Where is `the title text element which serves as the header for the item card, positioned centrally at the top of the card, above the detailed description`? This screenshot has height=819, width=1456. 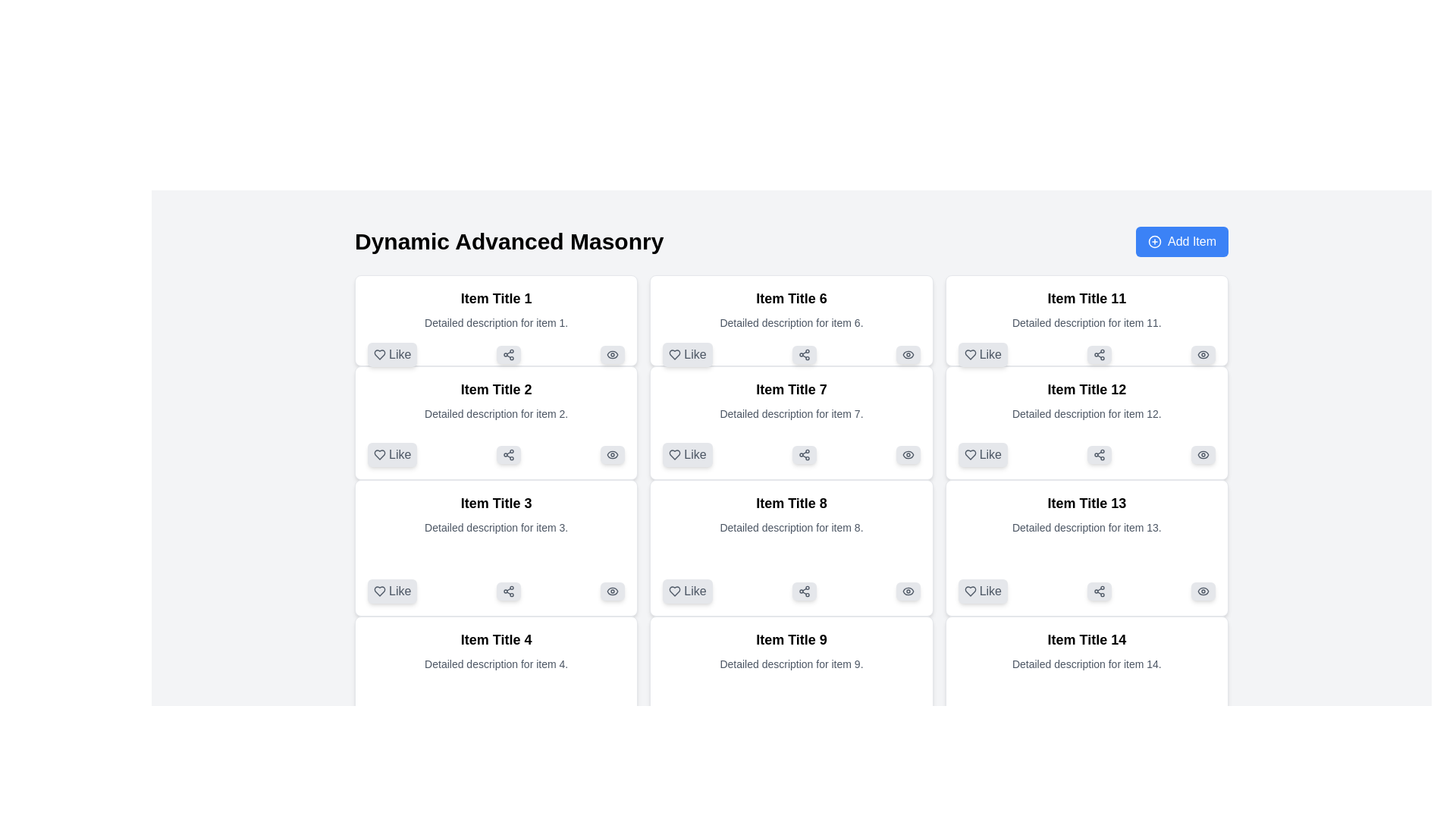
the title text element which serves as the header for the item card, positioned centrally at the top of the card, above the detailed description is located at coordinates (496, 298).